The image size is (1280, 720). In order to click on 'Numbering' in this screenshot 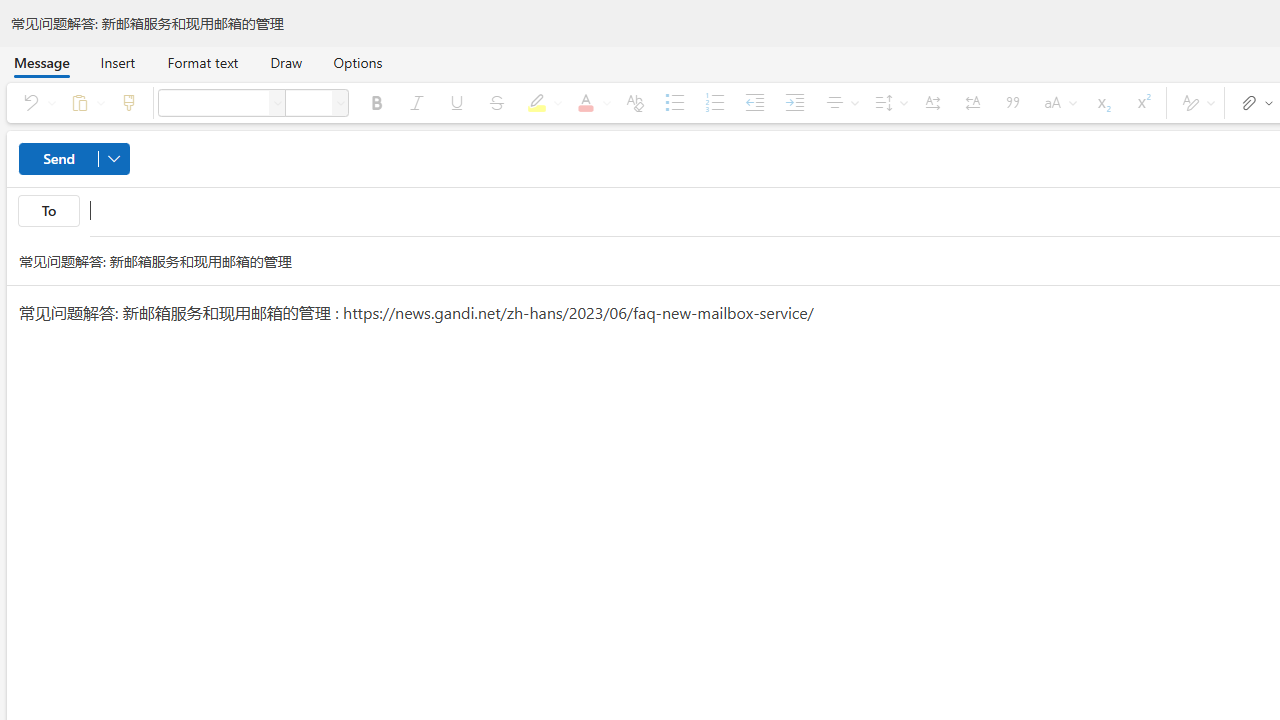, I will do `click(714, 102)`.